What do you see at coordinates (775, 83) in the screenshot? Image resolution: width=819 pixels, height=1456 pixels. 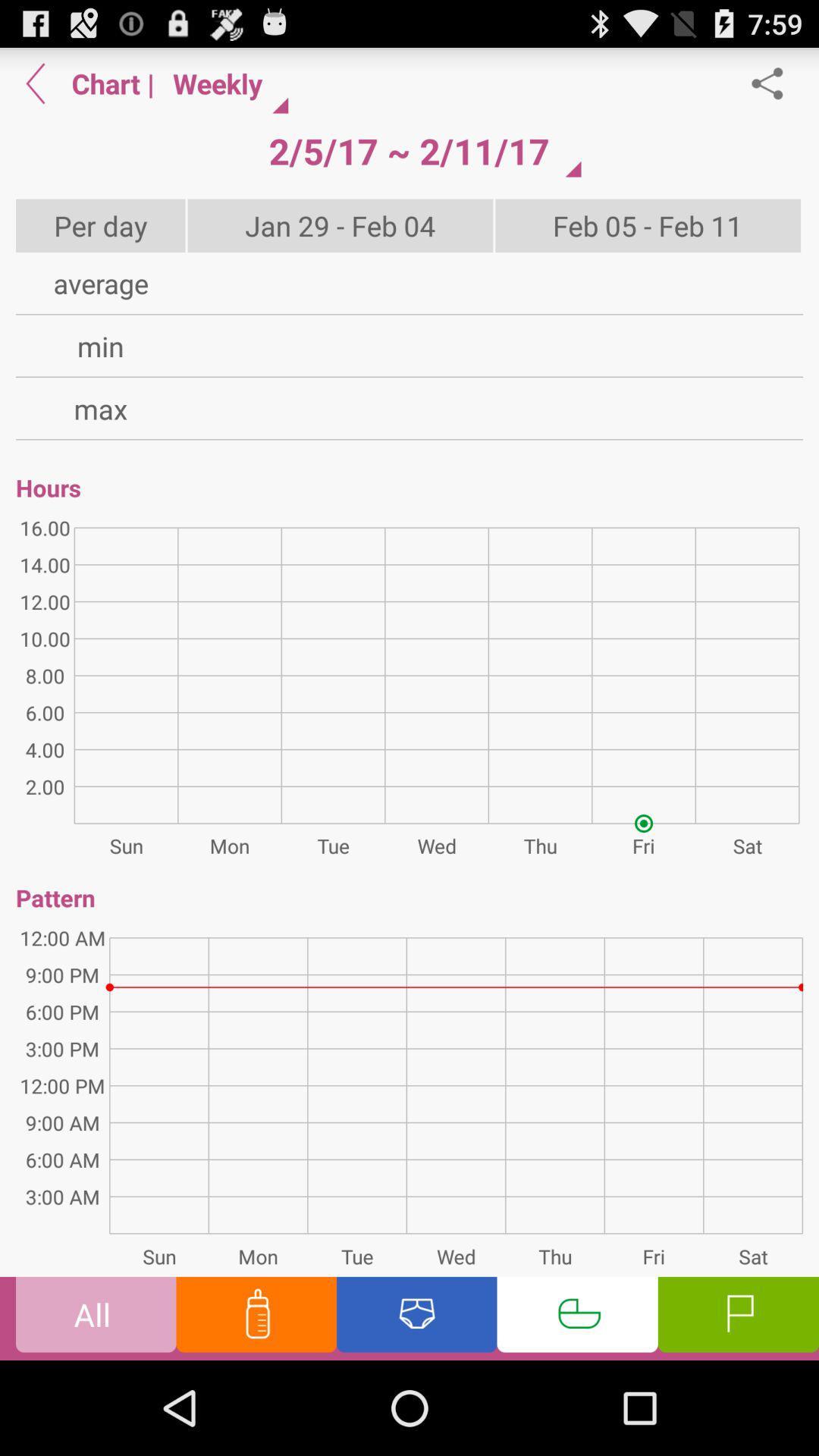 I see `share chart` at bounding box center [775, 83].